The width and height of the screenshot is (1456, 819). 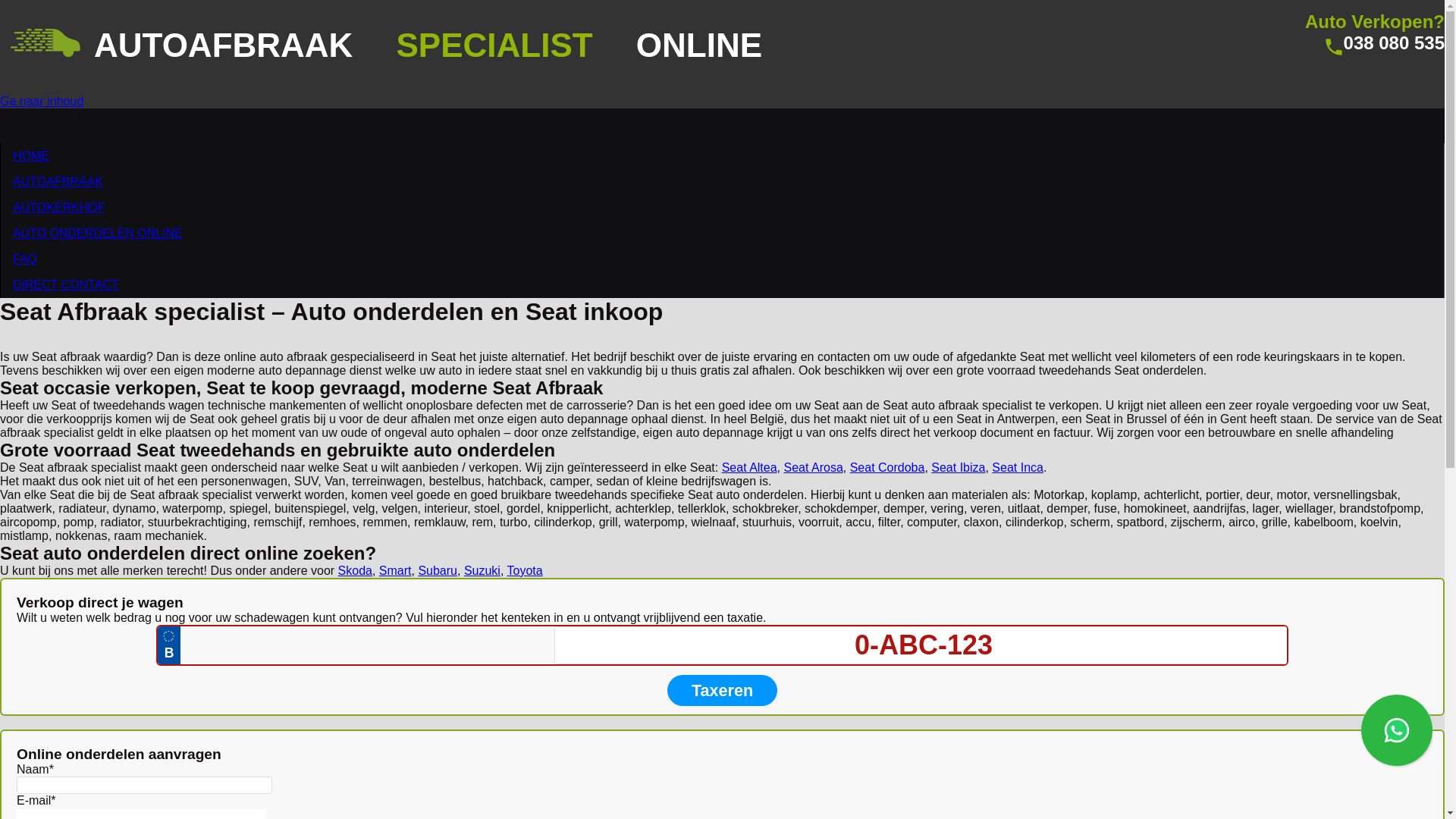 What do you see at coordinates (923, 645) in the screenshot?
I see `'0-ABC-123'` at bounding box center [923, 645].